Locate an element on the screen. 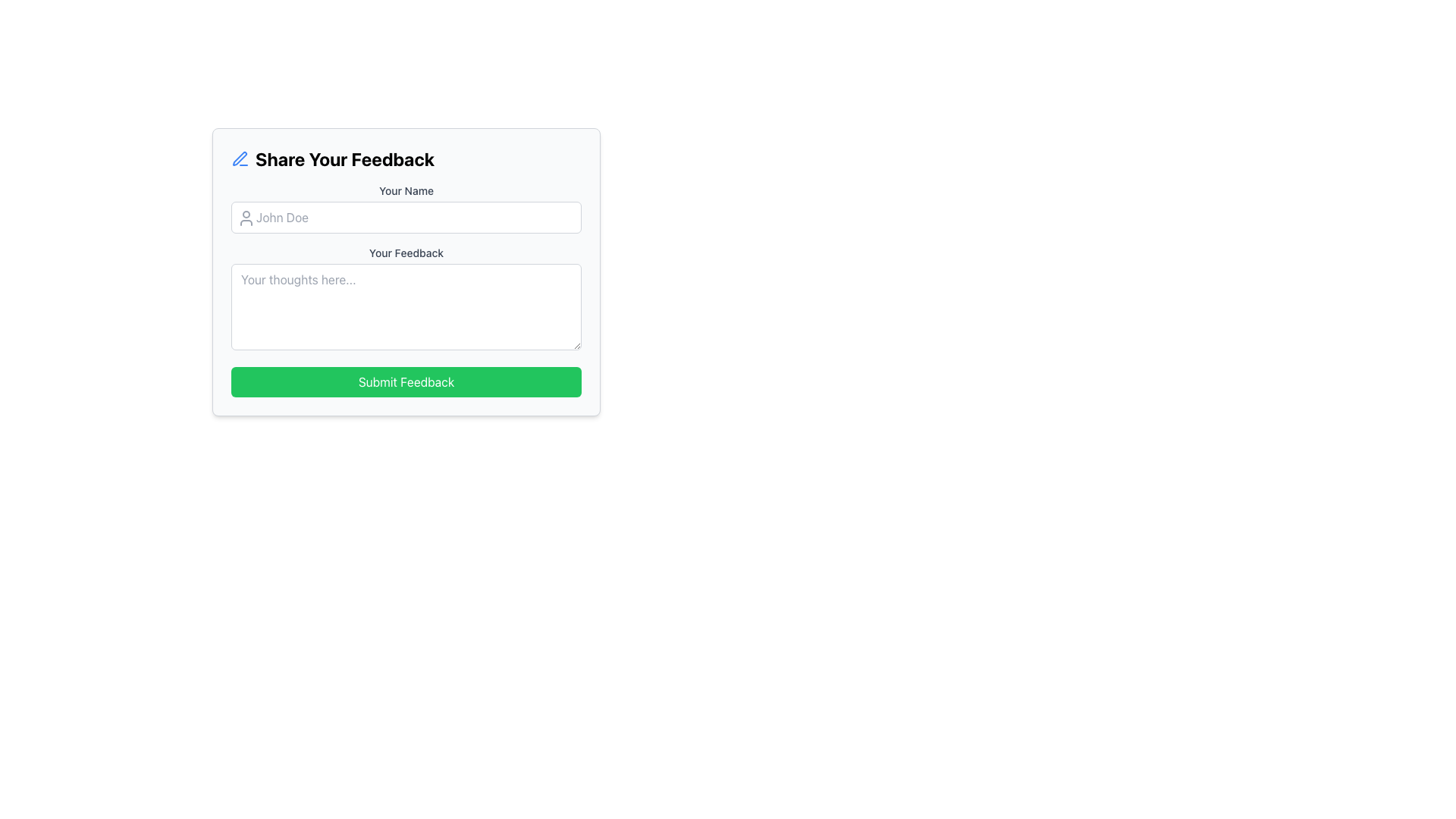 The image size is (1456, 819). the feedback submission button located below the 'Your Feedback' text input area is located at coordinates (406, 381).